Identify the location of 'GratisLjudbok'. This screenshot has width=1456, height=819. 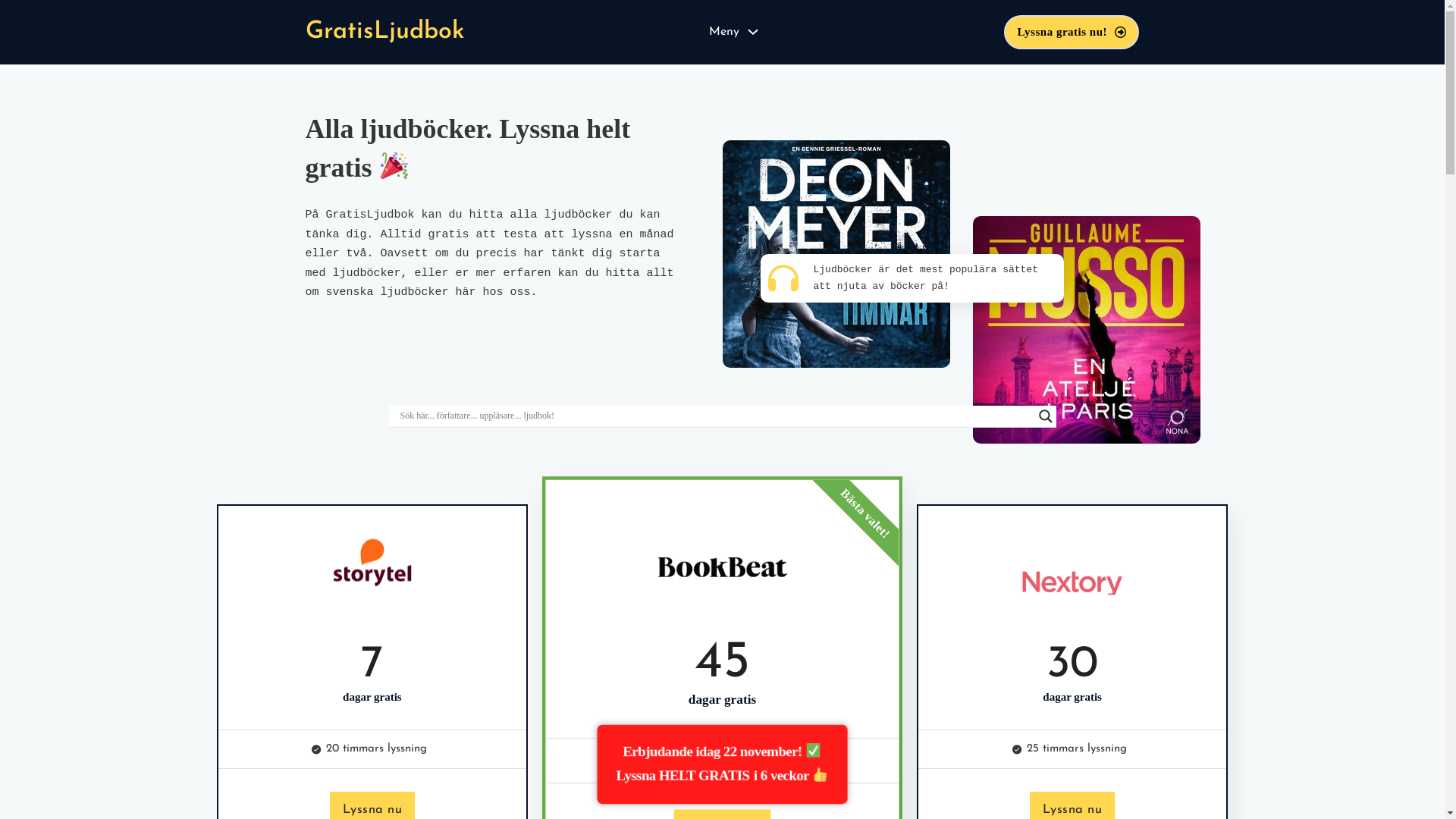
(304, 32).